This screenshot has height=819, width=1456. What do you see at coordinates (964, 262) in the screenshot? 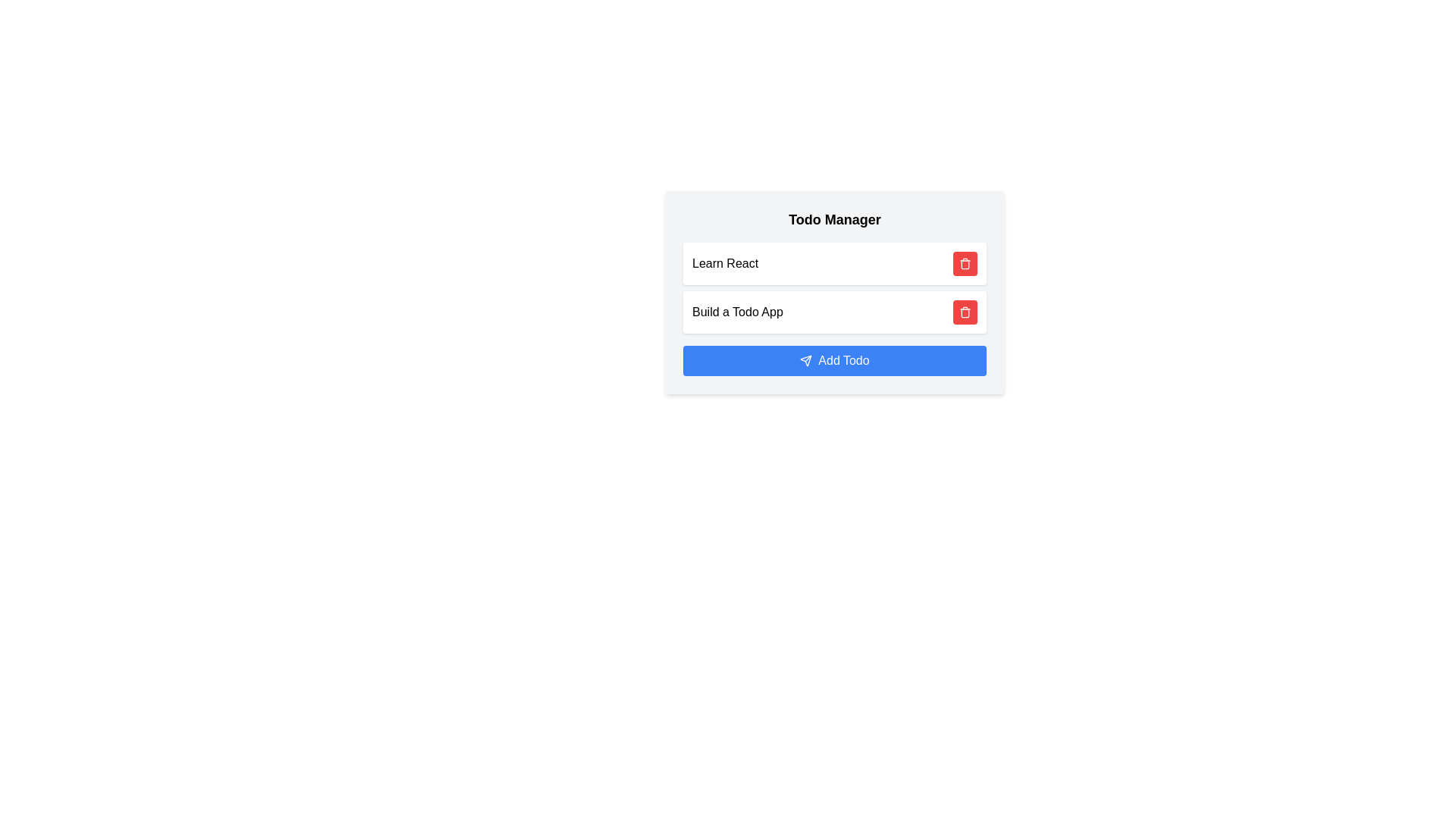
I see `the delete icon located within the button at the far right of the second row in the ToDo Manager, which is styled with a red background and adjacent to the text 'Build a Todo App'` at bounding box center [964, 262].